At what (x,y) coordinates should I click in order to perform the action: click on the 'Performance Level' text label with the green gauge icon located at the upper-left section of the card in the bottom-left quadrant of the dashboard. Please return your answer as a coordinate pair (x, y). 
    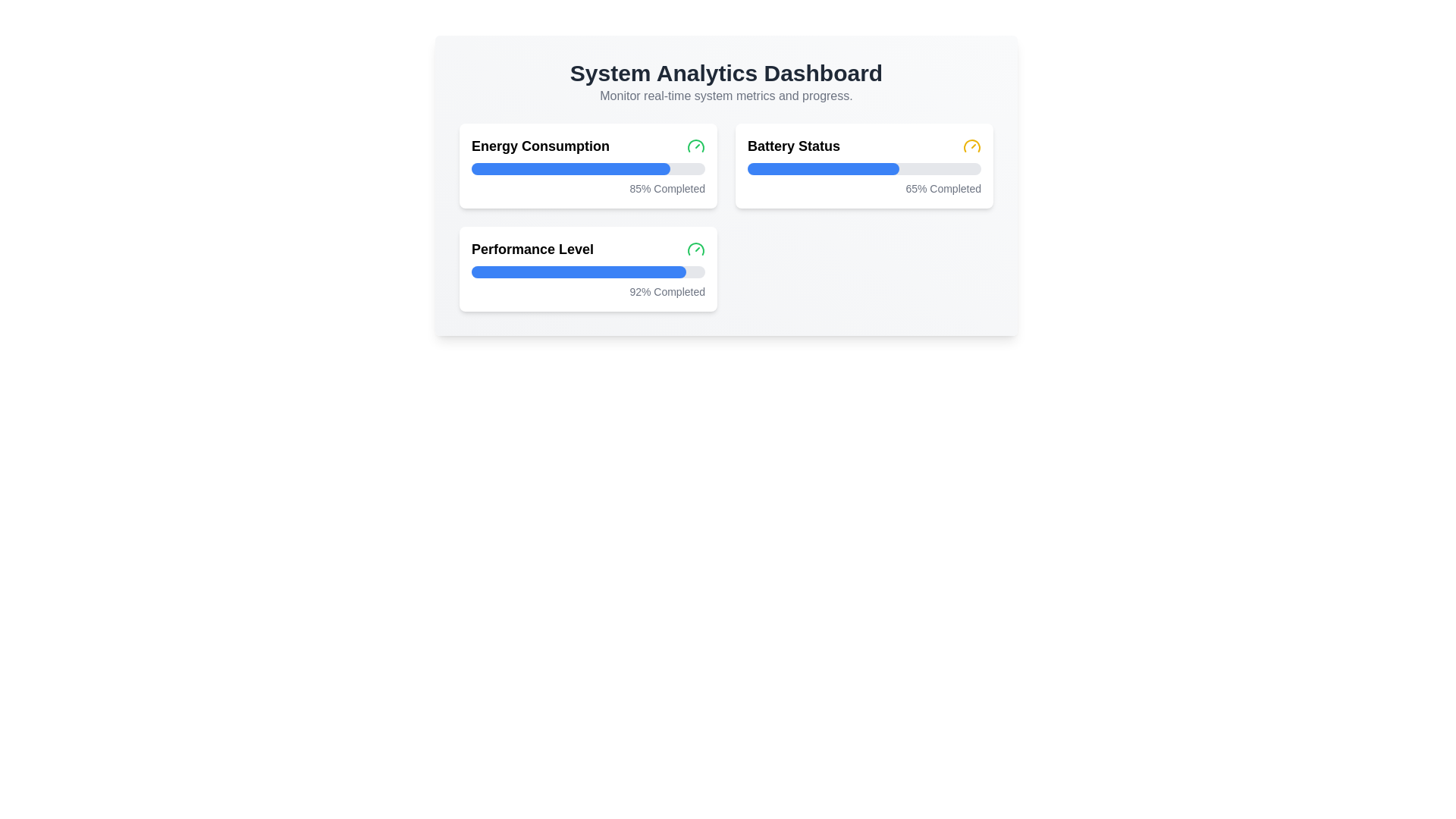
    Looking at the image, I should click on (588, 248).